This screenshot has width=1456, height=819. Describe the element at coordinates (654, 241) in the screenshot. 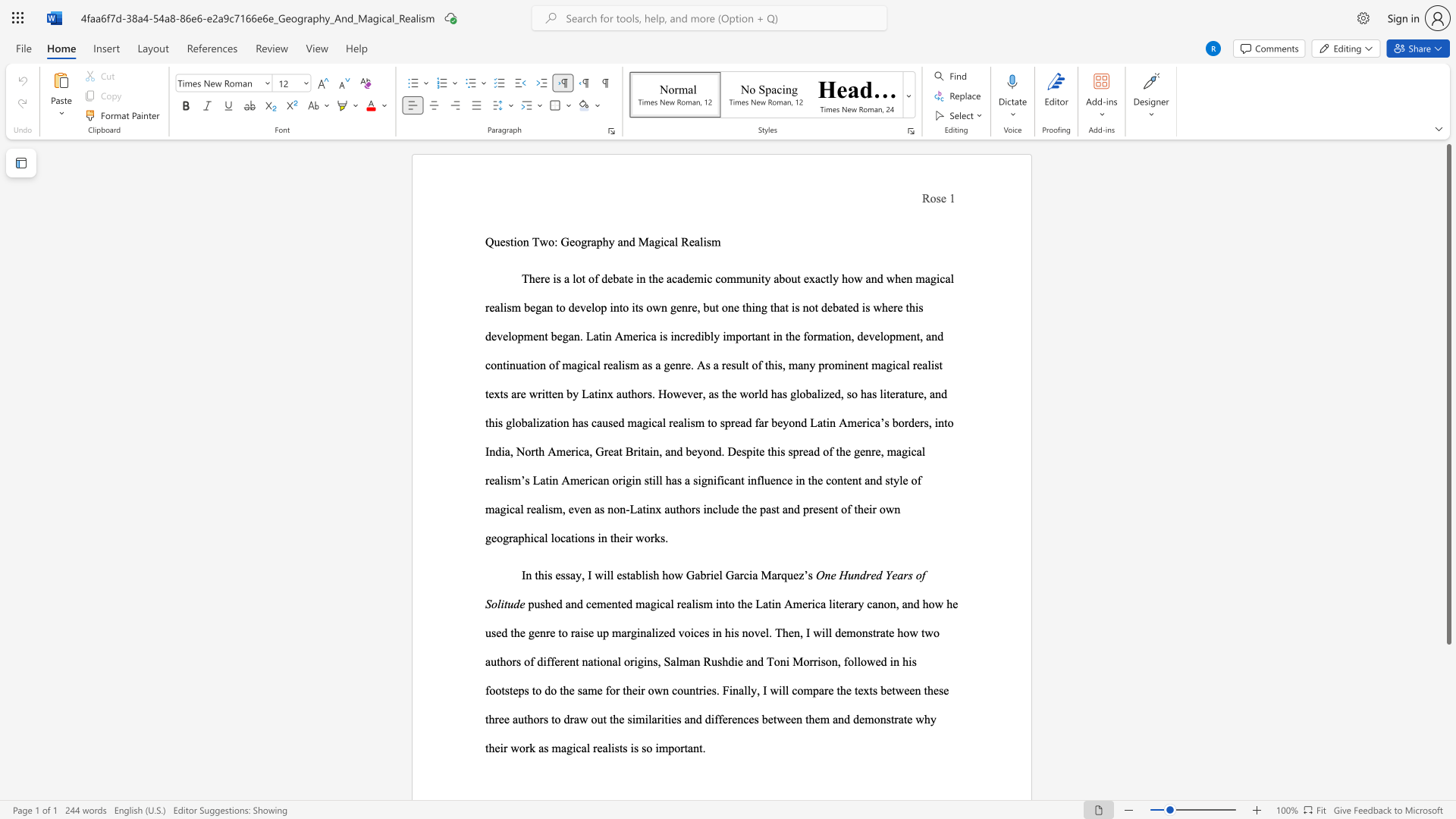

I see `the subset text "gical Realis" within the text "Question Two: Geography and Magical Realism"` at that location.